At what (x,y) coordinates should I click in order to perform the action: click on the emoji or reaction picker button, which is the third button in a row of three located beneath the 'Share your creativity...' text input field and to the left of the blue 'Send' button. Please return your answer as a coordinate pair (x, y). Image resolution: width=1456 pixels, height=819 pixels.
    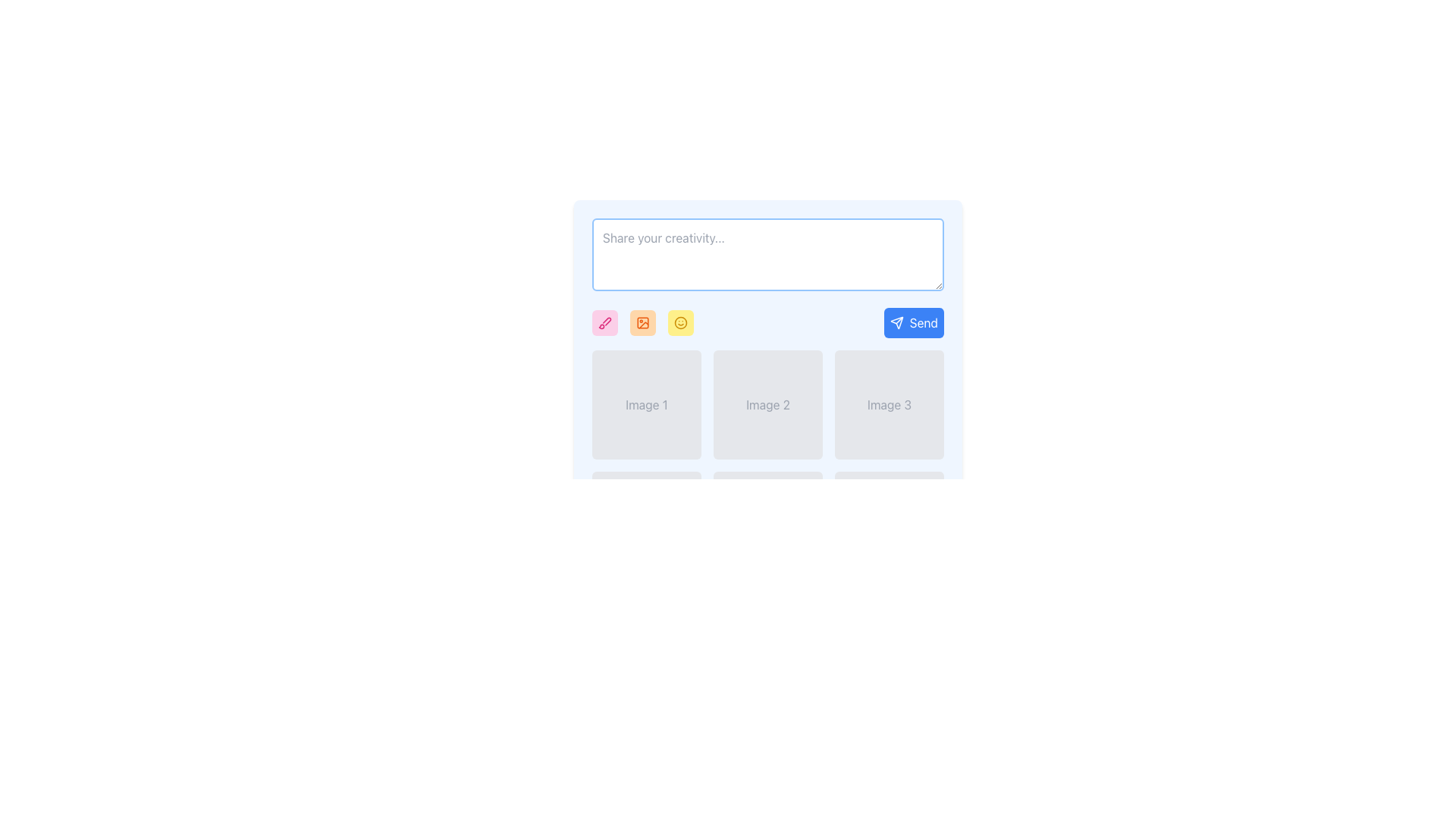
    Looking at the image, I should click on (679, 322).